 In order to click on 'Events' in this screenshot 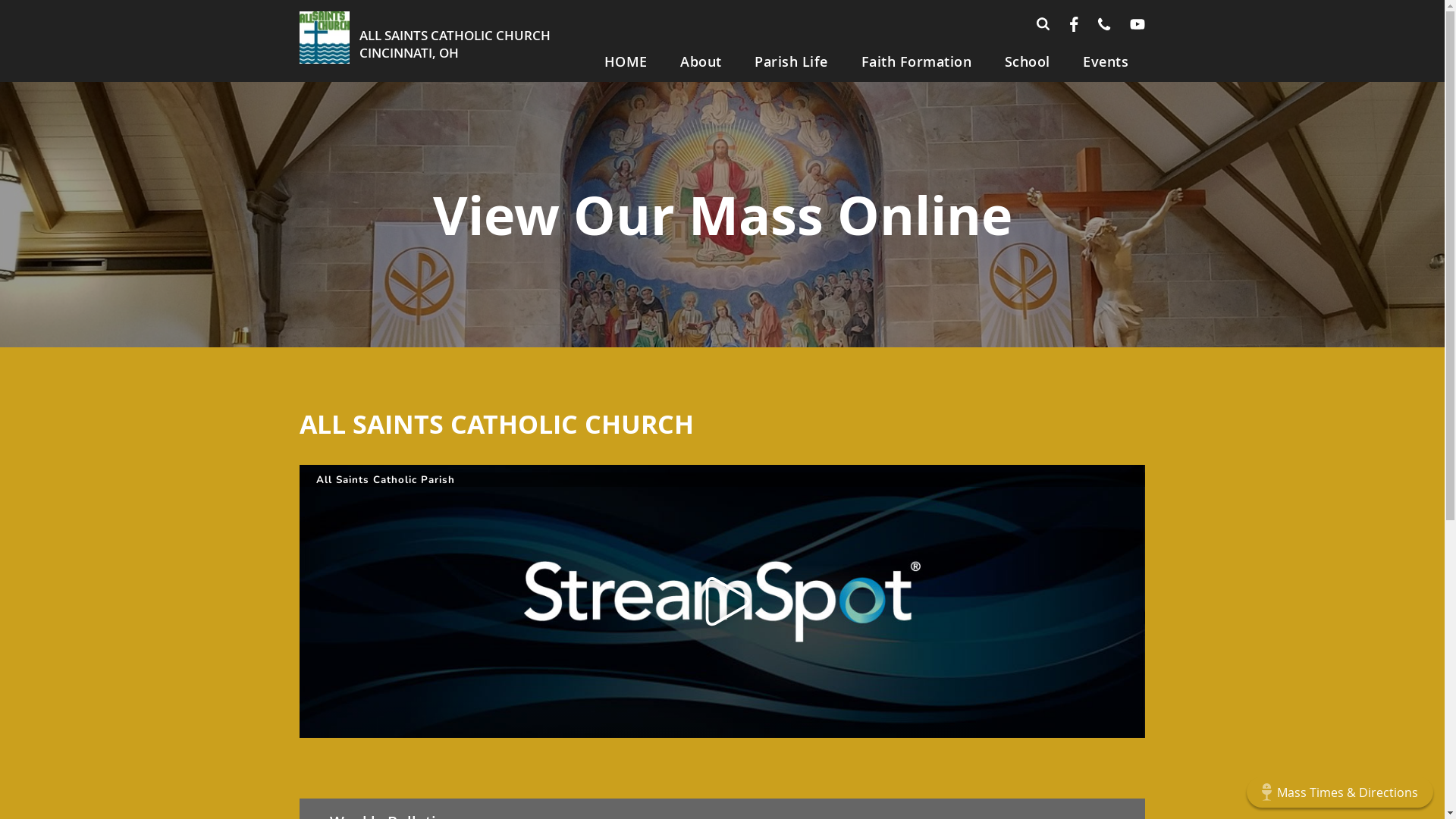, I will do `click(1065, 61)`.